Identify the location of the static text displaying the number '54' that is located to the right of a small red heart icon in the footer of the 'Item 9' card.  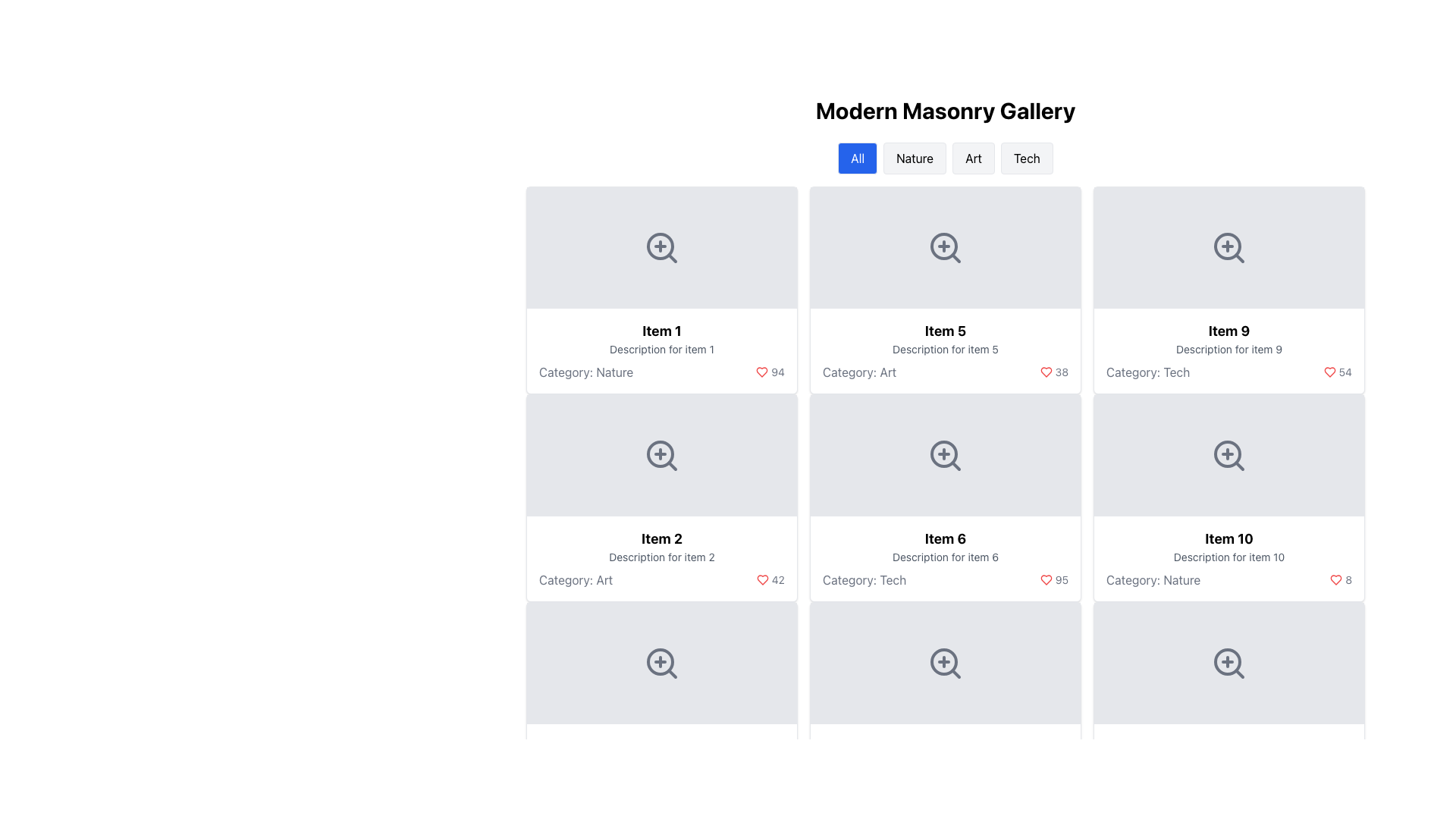
(1345, 372).